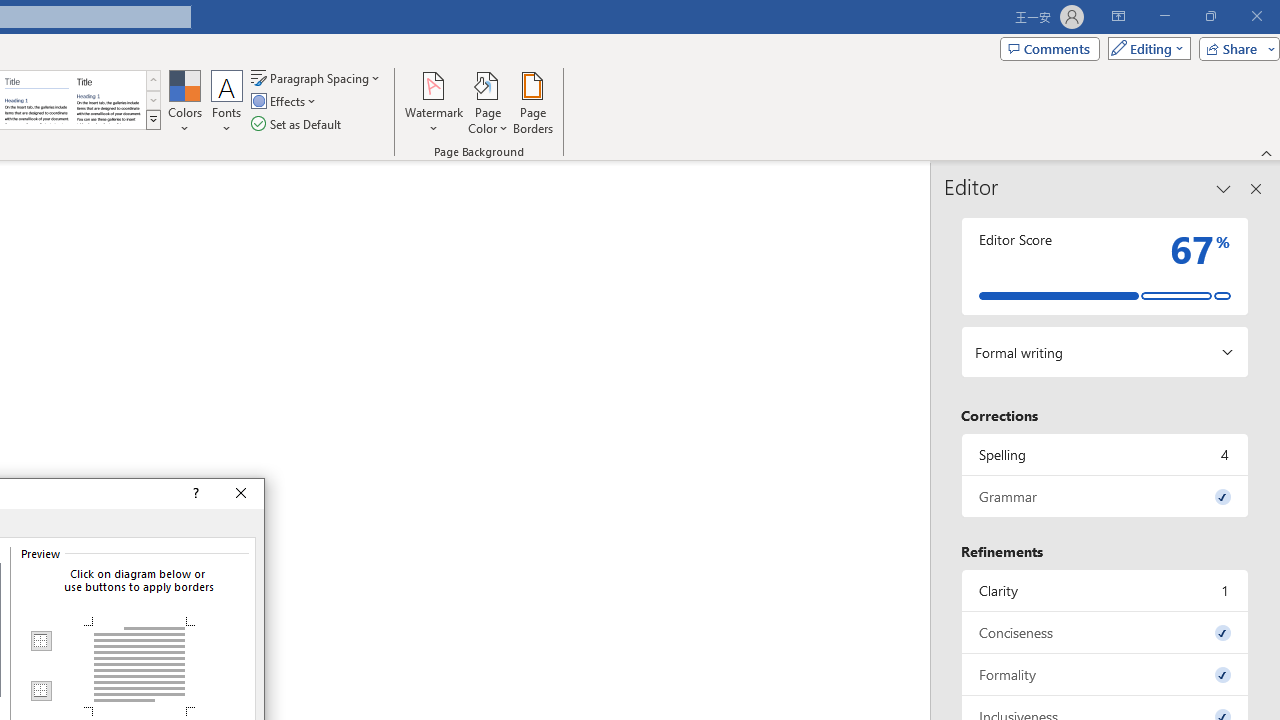 The image size is (1280, 720). What do you see at coordinates (40, 641) in the screenshot?
I see `'MSO Generic Control Container'` at bounding box center [40, 641].